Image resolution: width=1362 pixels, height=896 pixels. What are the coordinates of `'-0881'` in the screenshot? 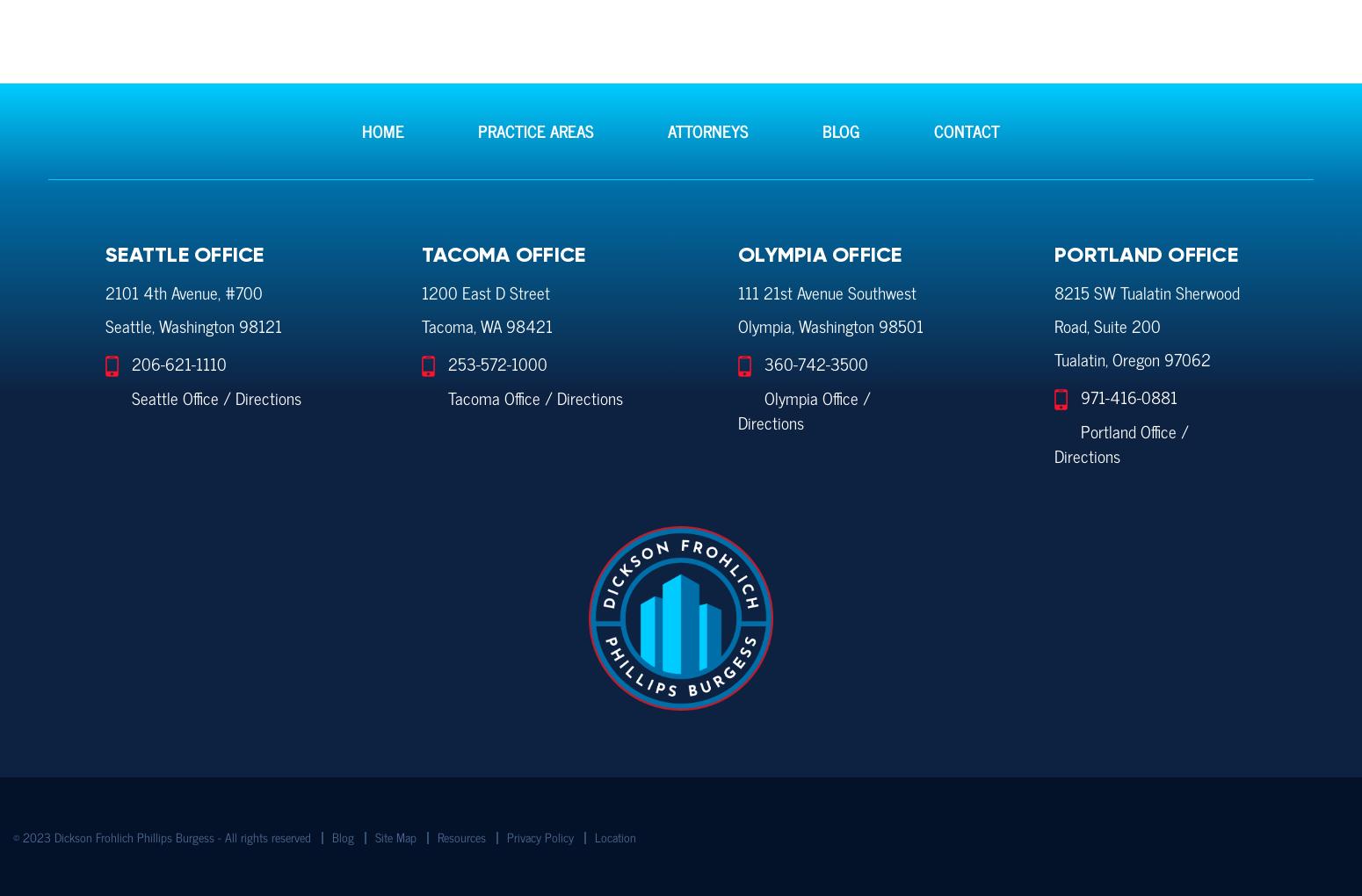 It's located at (1156, 394).